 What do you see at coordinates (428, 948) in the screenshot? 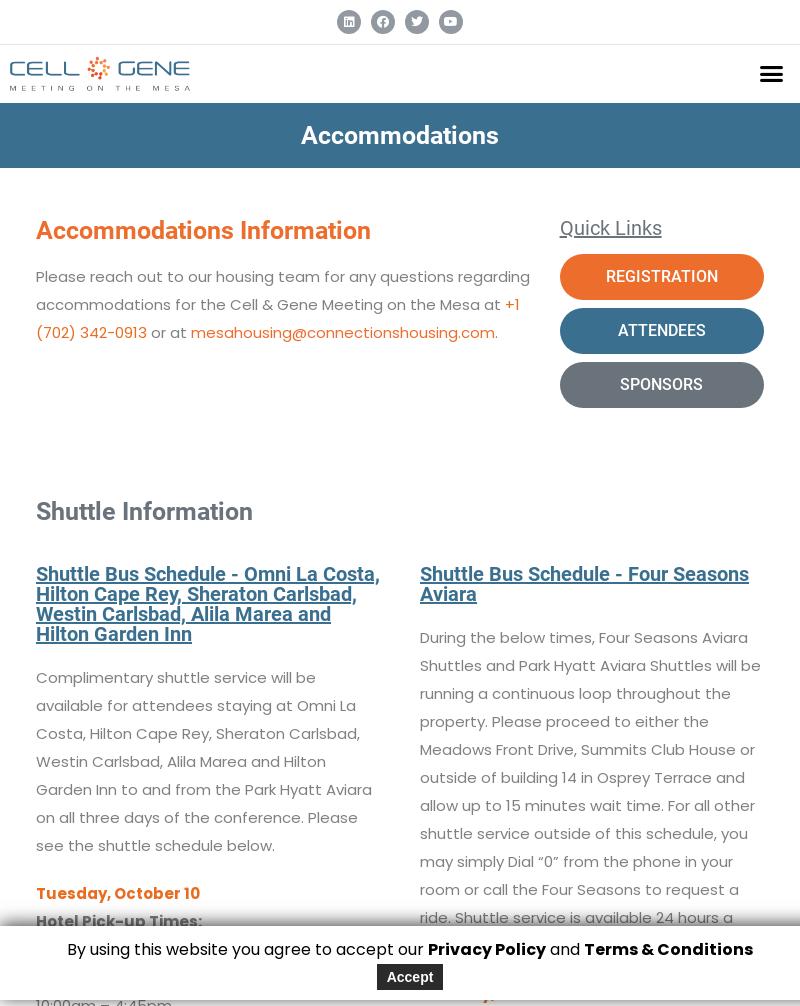
I see `'Privacy Policy'` at bounding box center [428, 948].